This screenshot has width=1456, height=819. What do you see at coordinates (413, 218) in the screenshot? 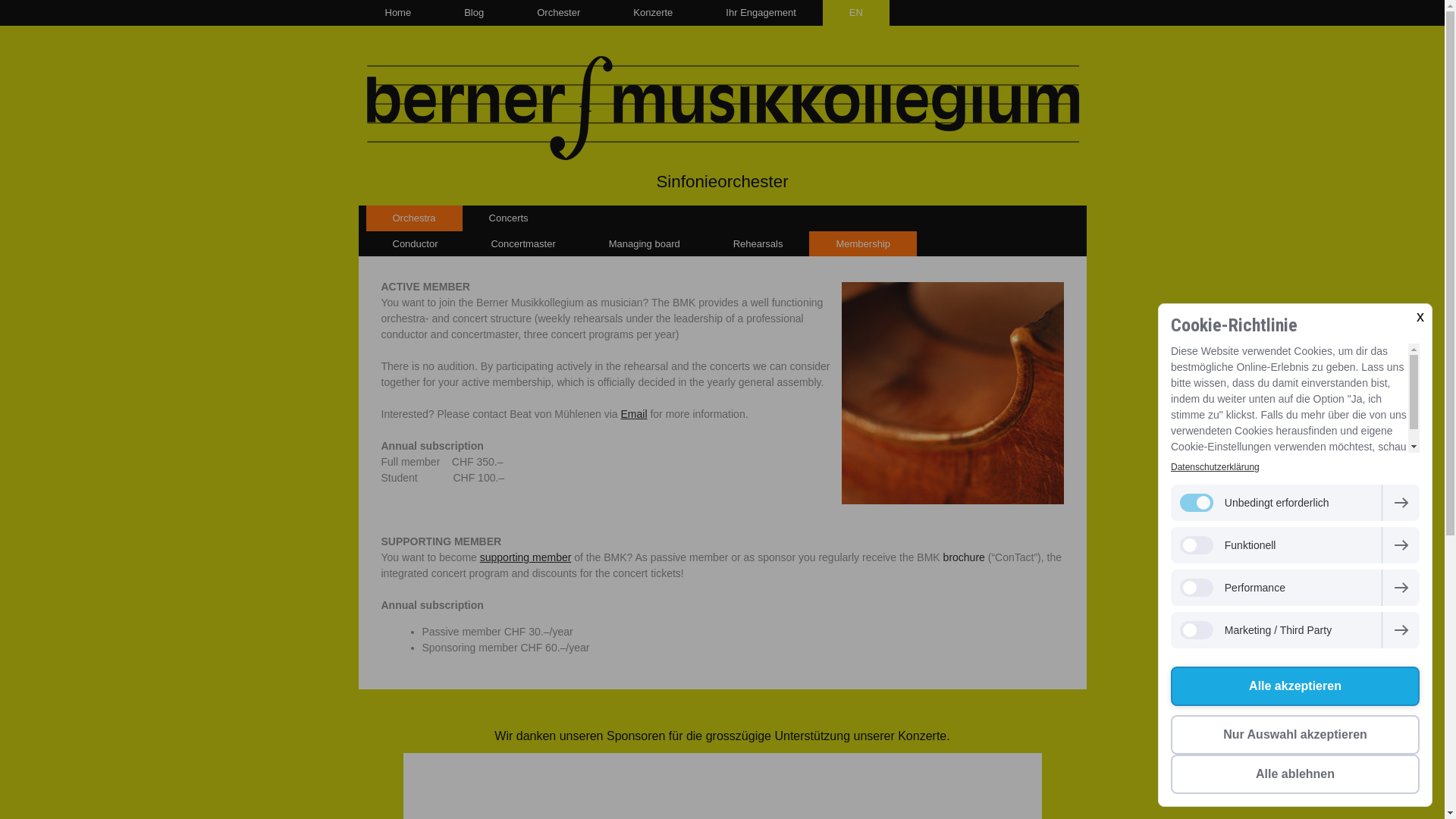
I see `'Orchestra'` at bounding box center [413, 218].